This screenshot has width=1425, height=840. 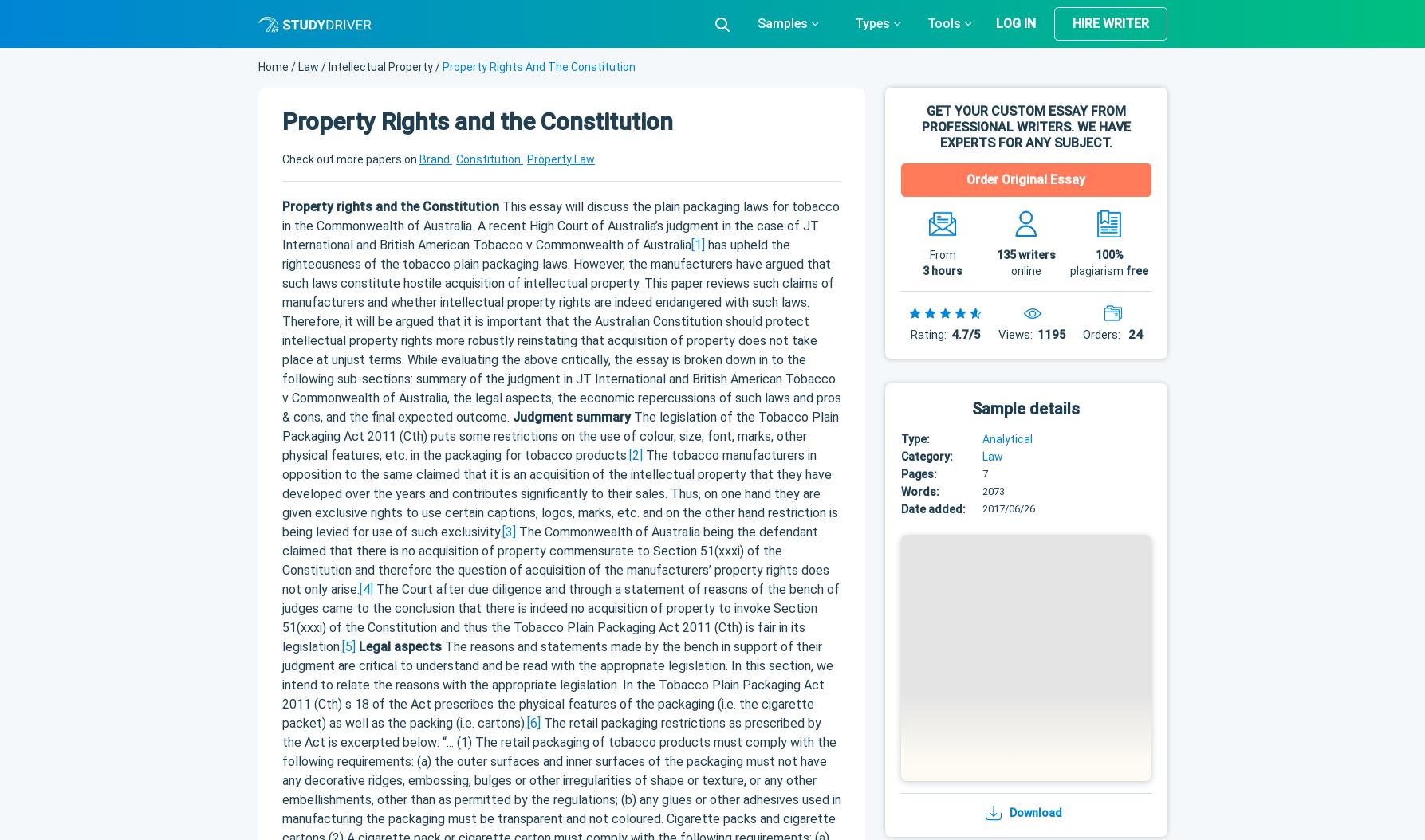 What do you see at coordinates (273, 66) in the screenshot?
I see `'Home'` at bounding box center [273, 66].